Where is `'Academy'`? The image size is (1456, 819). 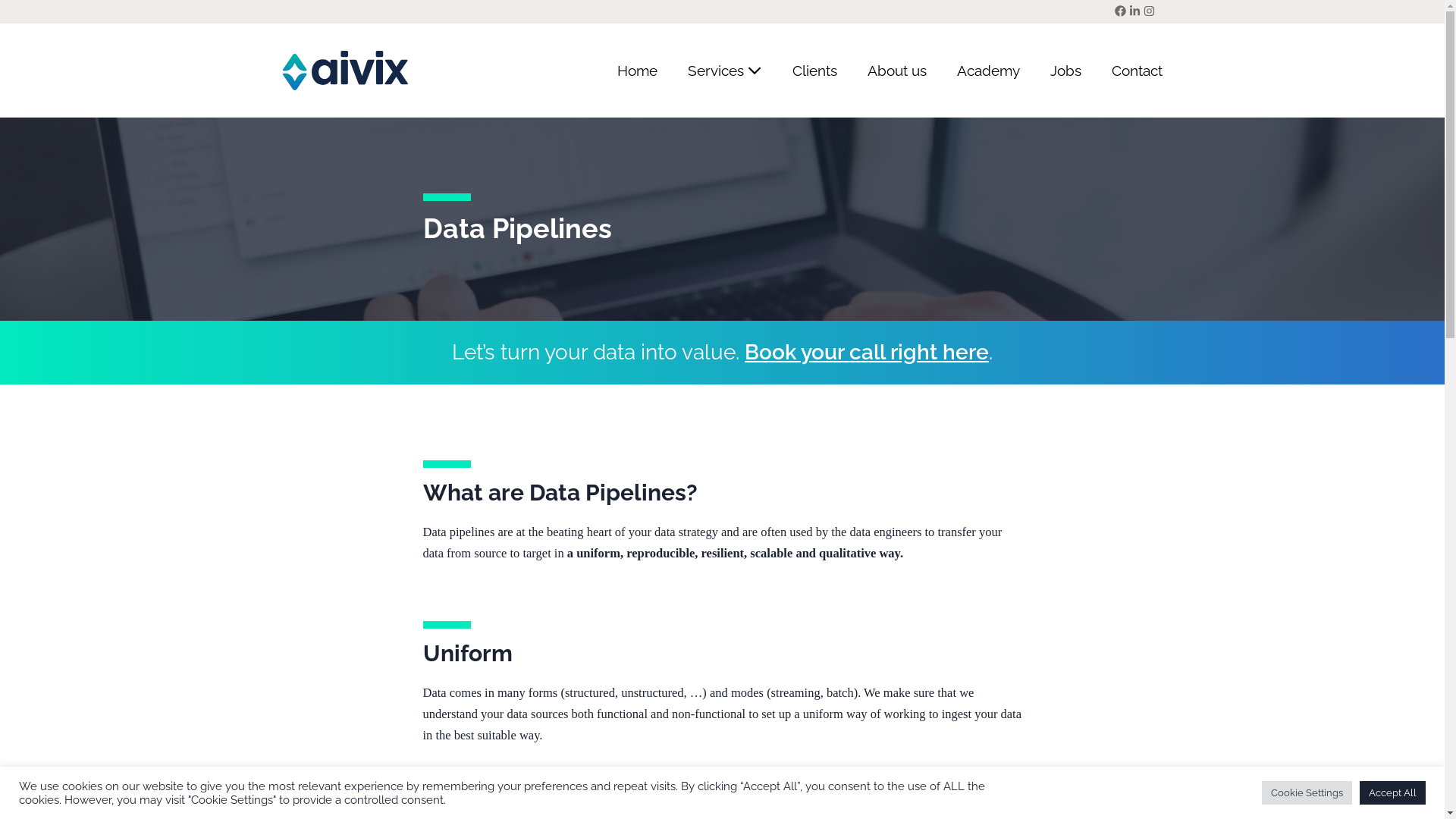
'Academy' is located at coordinates (988, 70).